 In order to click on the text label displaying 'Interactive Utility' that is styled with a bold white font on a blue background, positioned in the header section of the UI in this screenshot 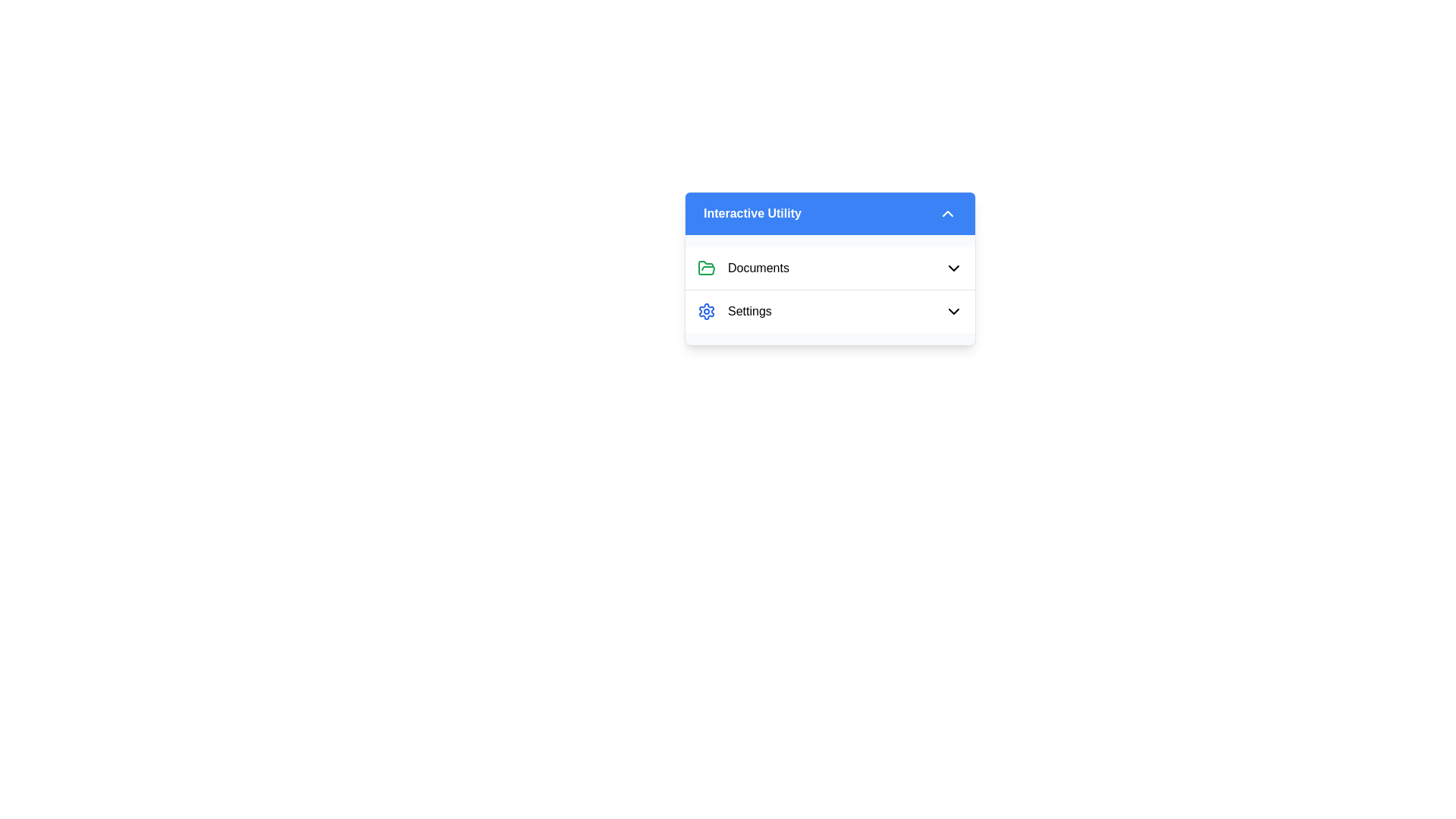, I will do `click(752, 213)`.